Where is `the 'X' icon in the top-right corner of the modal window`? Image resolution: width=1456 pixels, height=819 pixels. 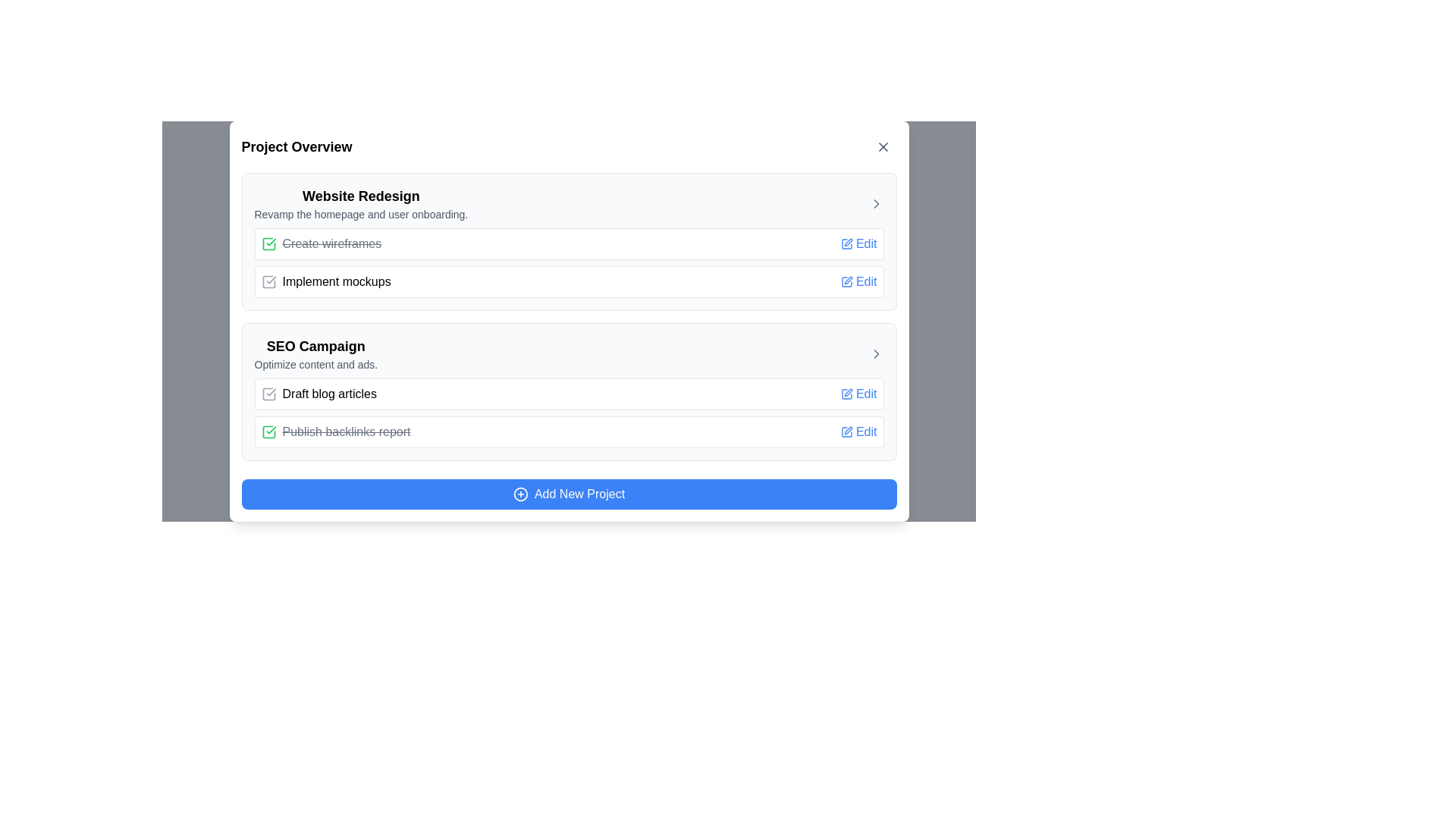
the 'X' icon in the top-right corner of the modal window is located at coordinates (883, 146).